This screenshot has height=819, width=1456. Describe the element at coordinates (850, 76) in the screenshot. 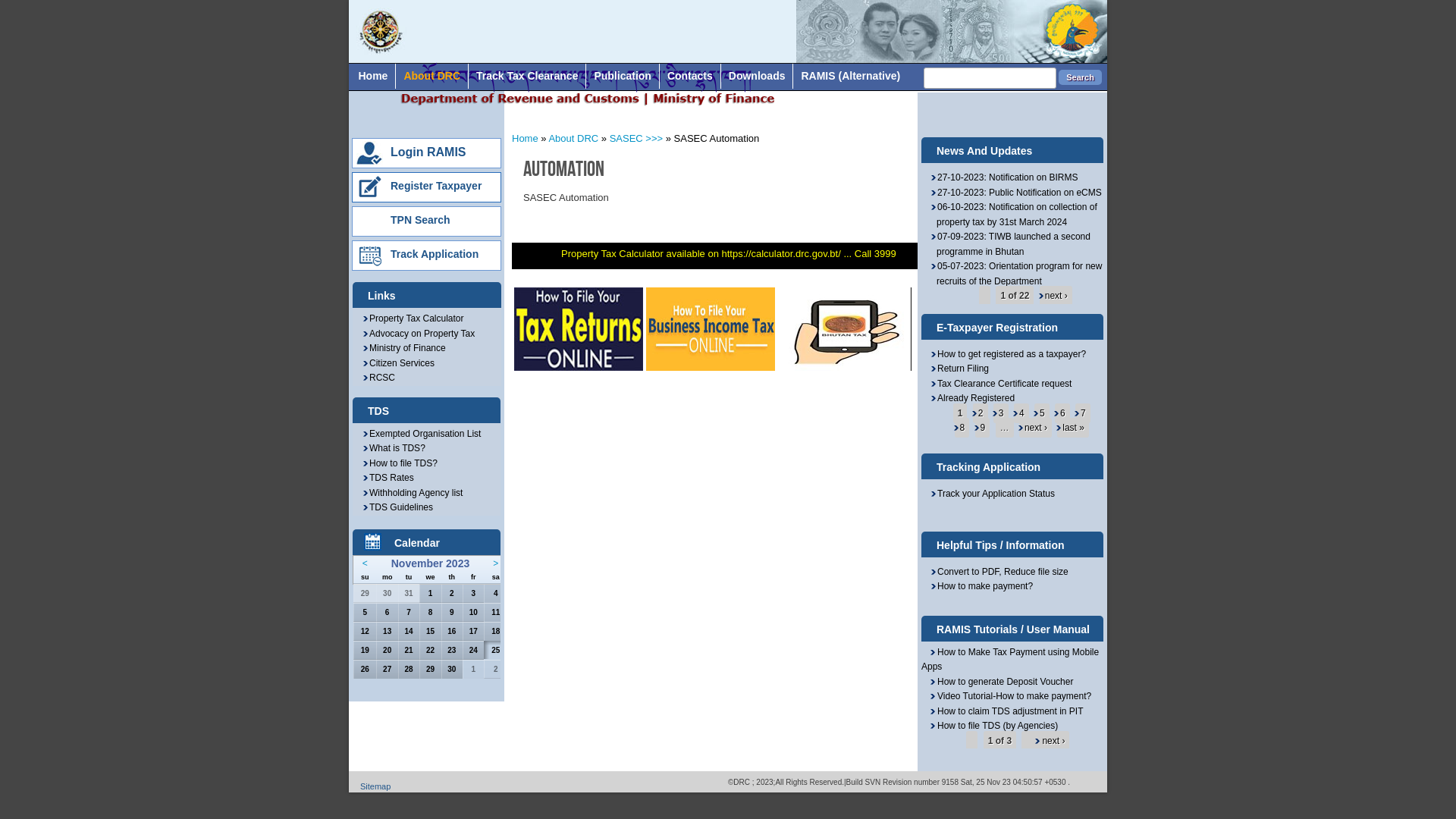

I see `'RAMIS (Alternative)'` at that location.